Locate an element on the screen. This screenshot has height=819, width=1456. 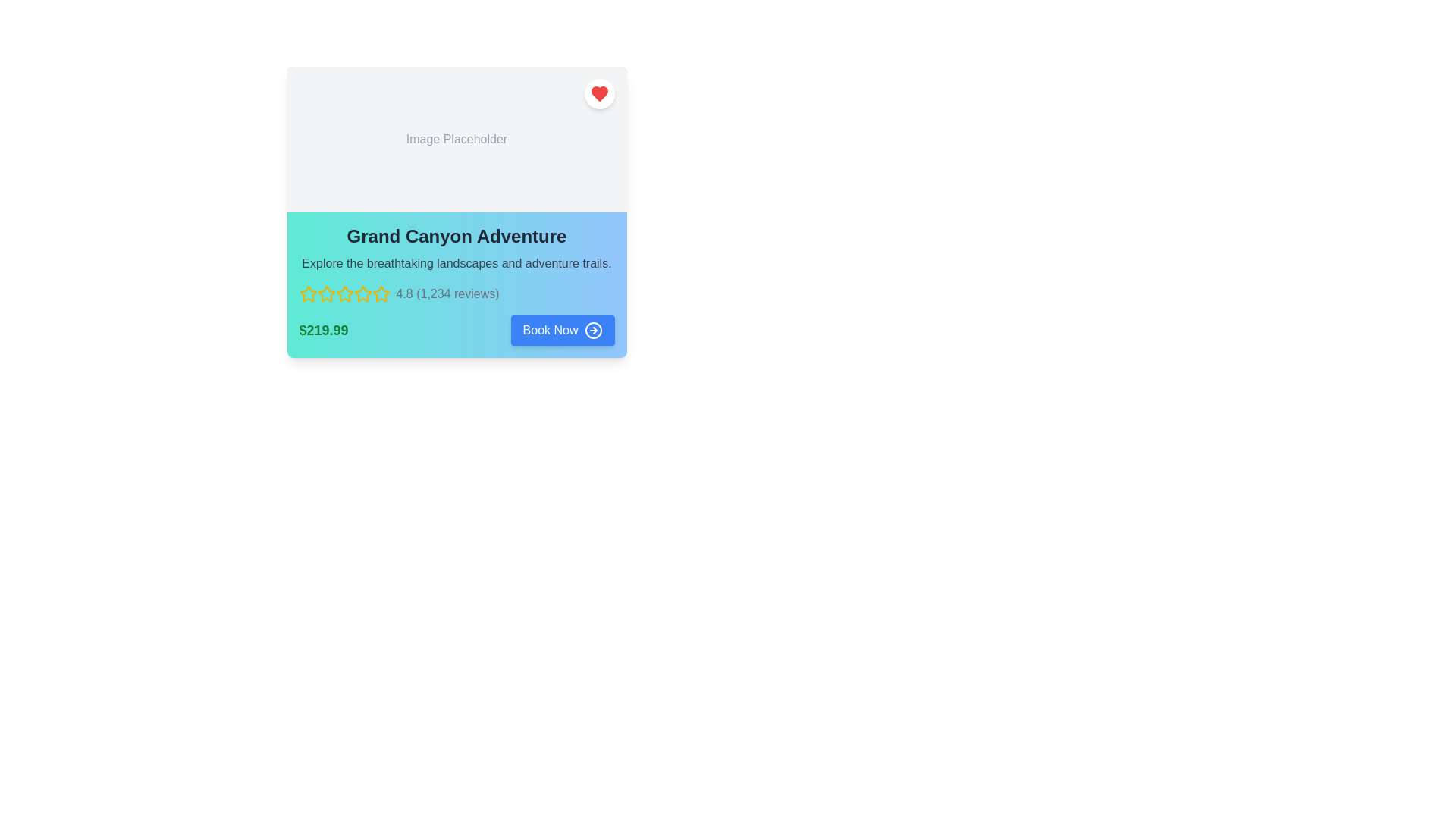
the call-to-action button for booking a service or item located at the bottom-right section of the card component is located at coordinates (549, 329).